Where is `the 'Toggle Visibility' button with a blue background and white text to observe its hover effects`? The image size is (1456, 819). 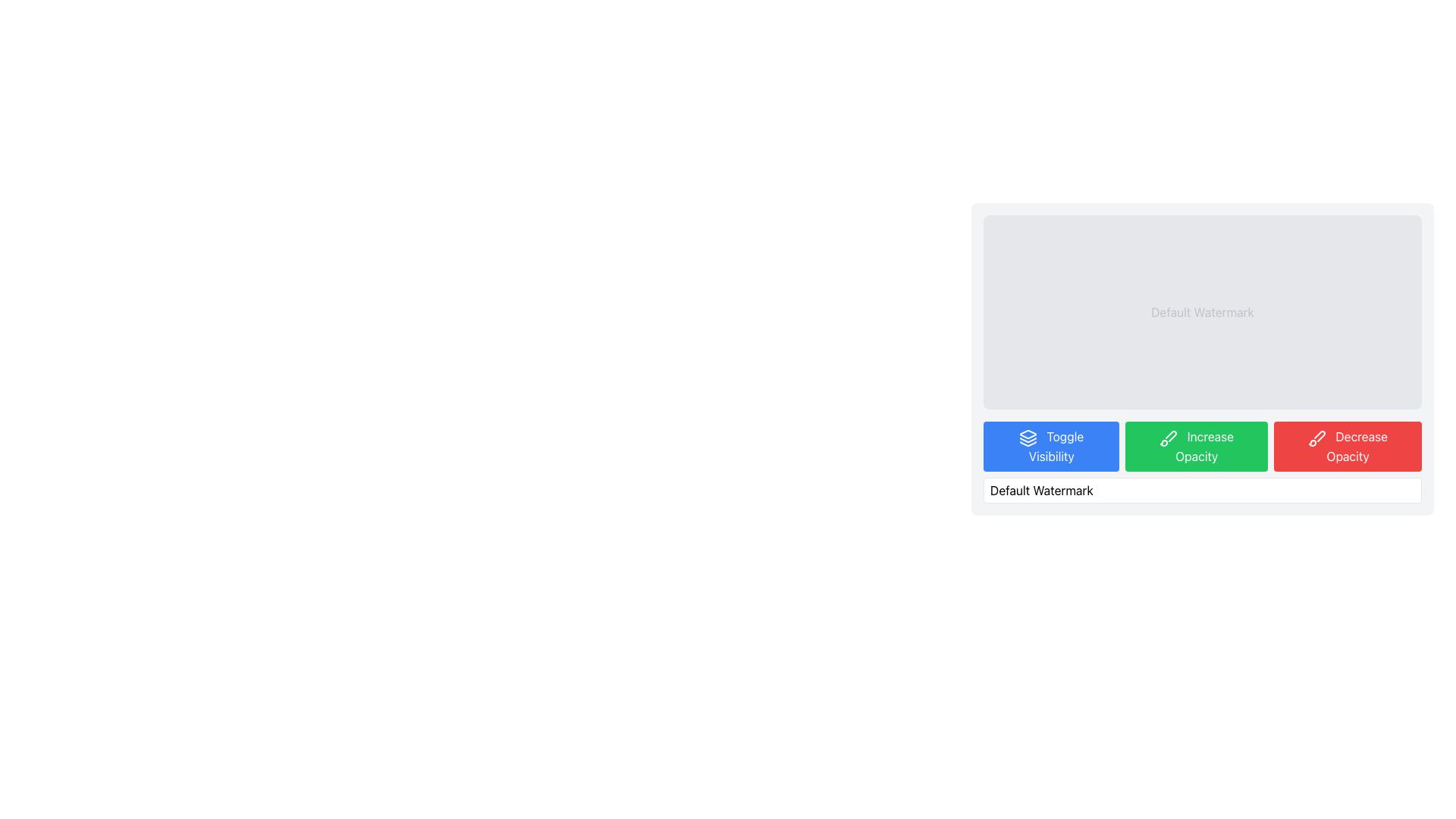 the 'Toggle Visibility' button with a blue background and white text to observe its hover effects is located at coordinates (1050, 445).